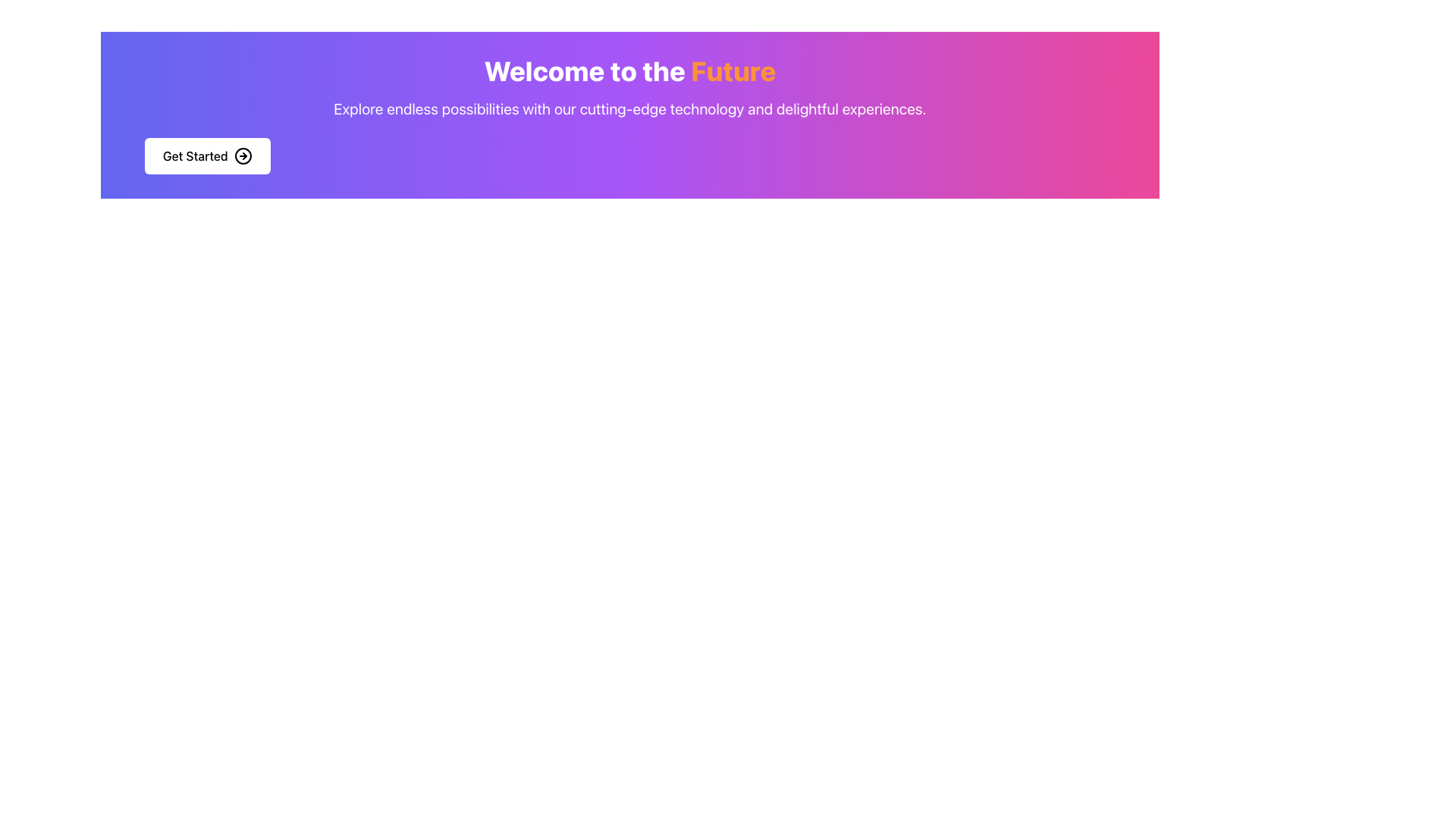 The height and width of the screenshot is (819, 1456). I want to click on forward arrow icon located to the right of the 'Get Started' button for accessibility features, so click(243, 155).